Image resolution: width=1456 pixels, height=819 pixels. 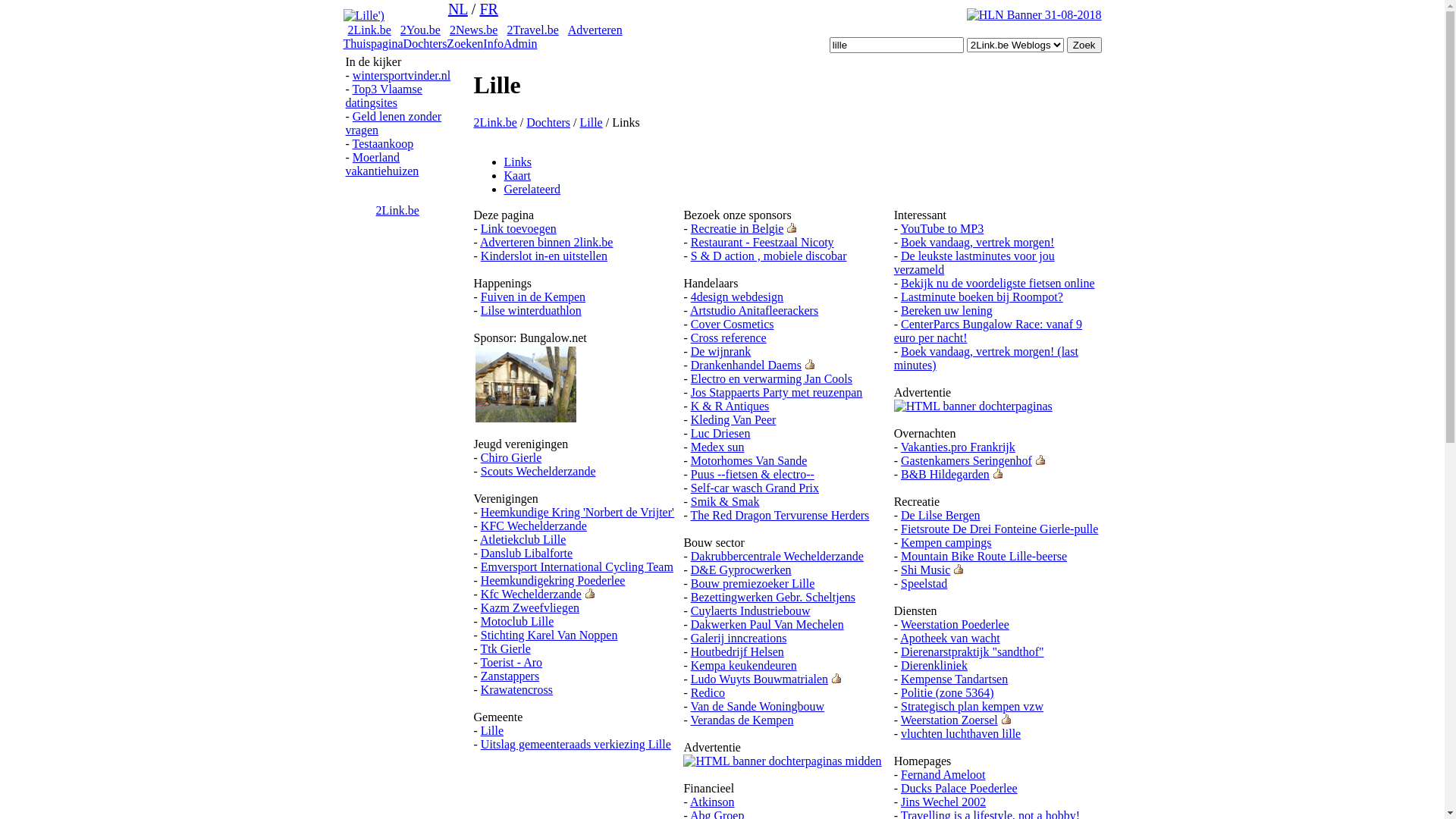 What do you see at coordinates (901, 514) in the screenshot?
I see `'De Lilse Bergen'` at bounding box center [901, 514].